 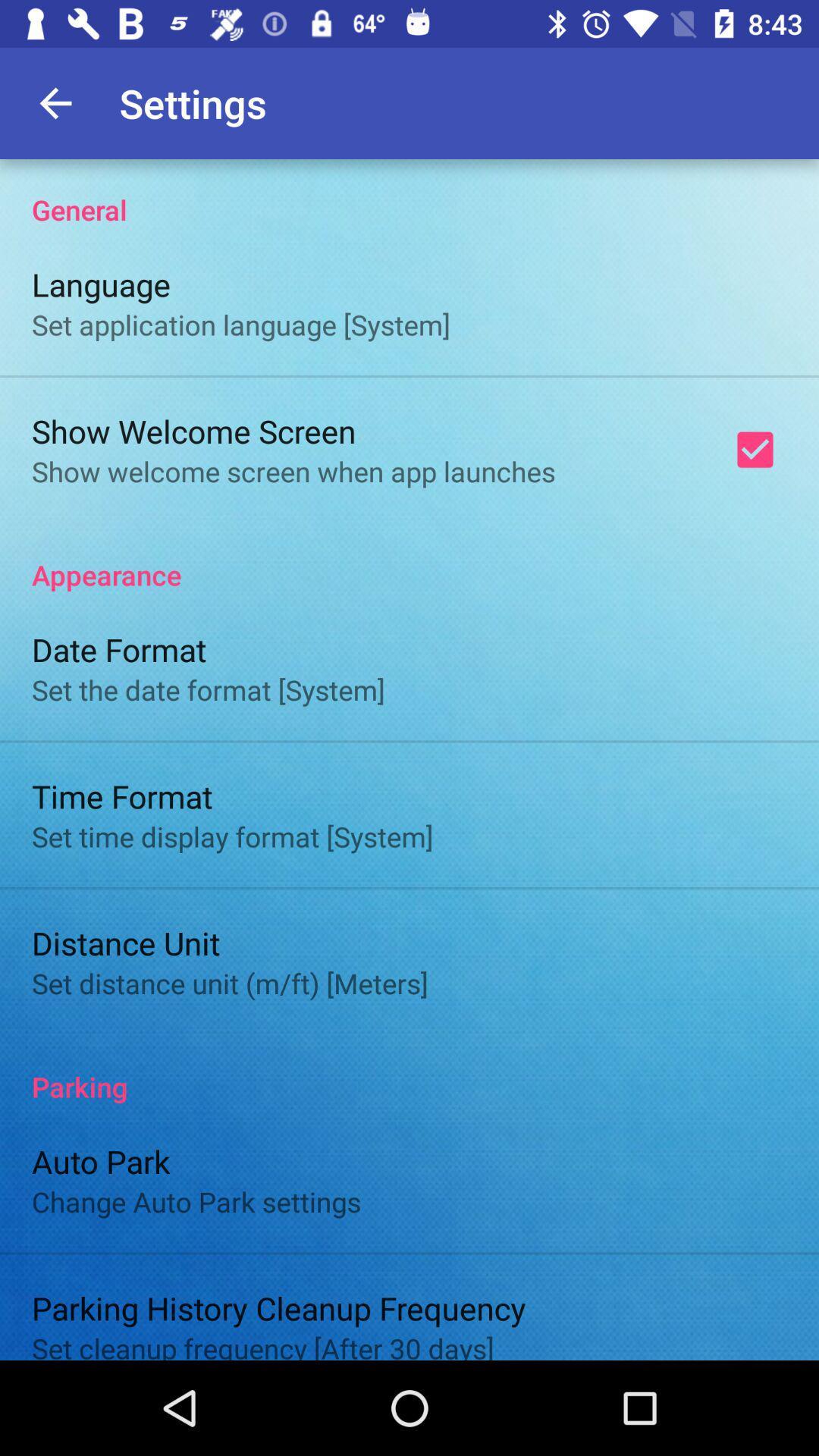 What do you see at coordinates (240, 324) in the screenshot?
I see `set application language` at bounding box center [240, 324].